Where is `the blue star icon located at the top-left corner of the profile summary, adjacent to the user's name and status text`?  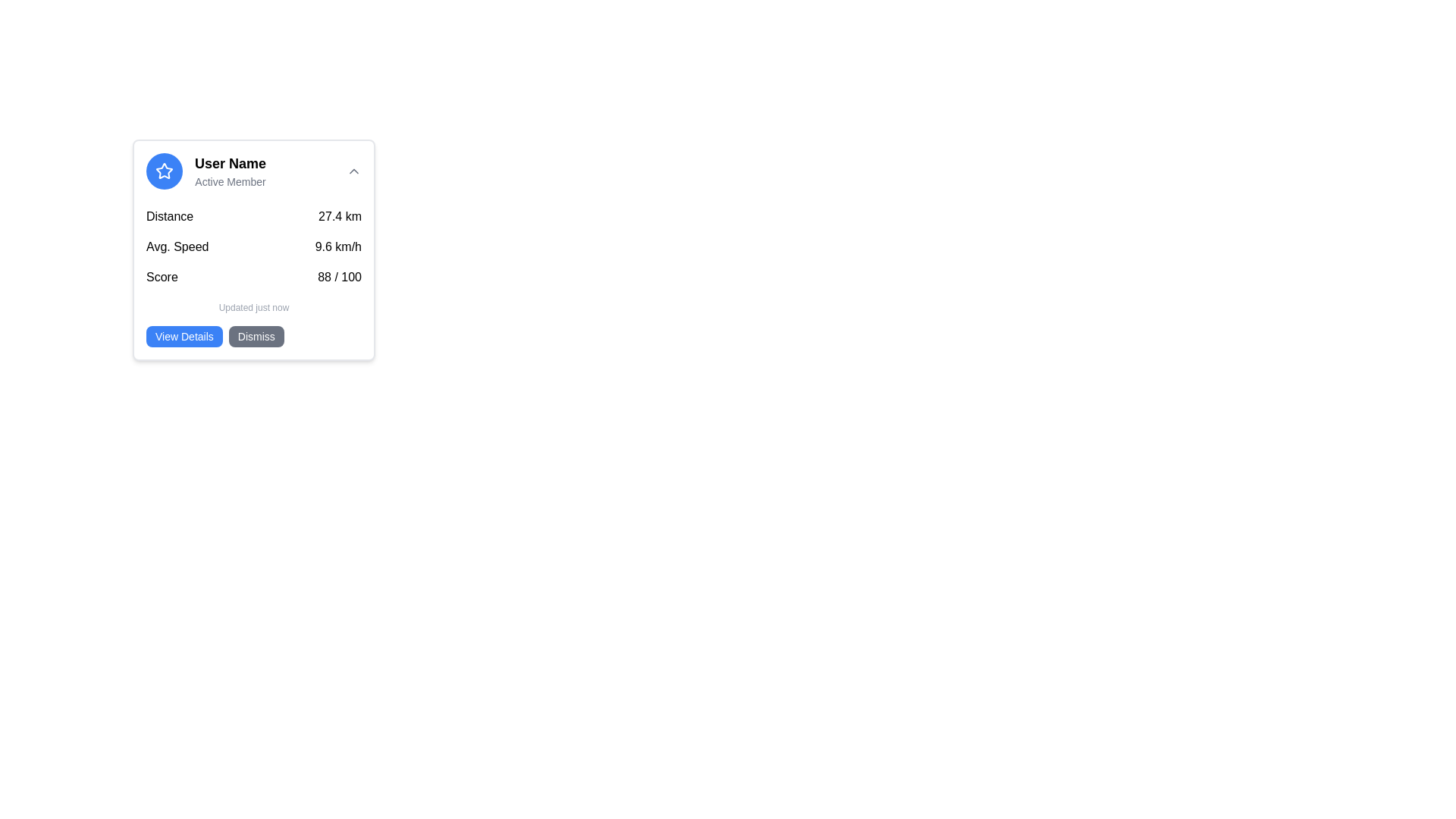
the blue star icon located at the top-left corner of the profile summary, adjacent to the user's name and status text is located at coordinates (164, 171).